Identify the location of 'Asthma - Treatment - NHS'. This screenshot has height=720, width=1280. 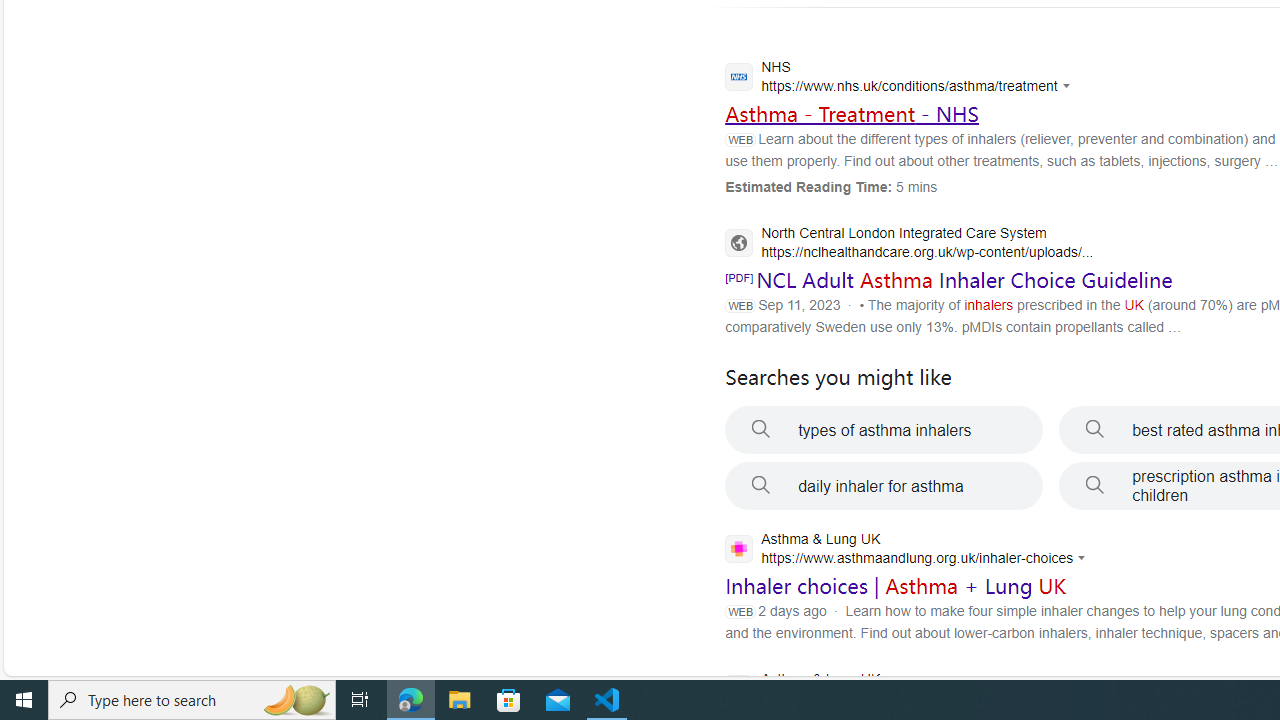
(851, 113).